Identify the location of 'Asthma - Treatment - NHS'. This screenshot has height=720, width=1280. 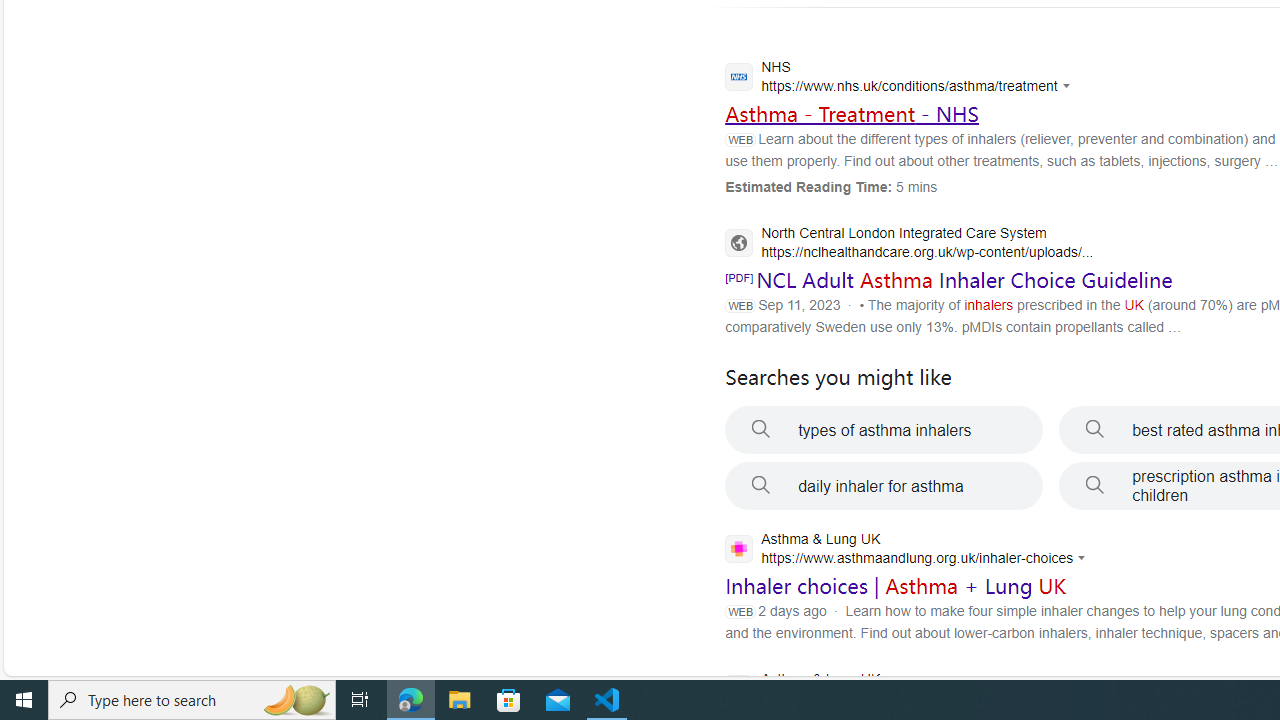
(851, 113).